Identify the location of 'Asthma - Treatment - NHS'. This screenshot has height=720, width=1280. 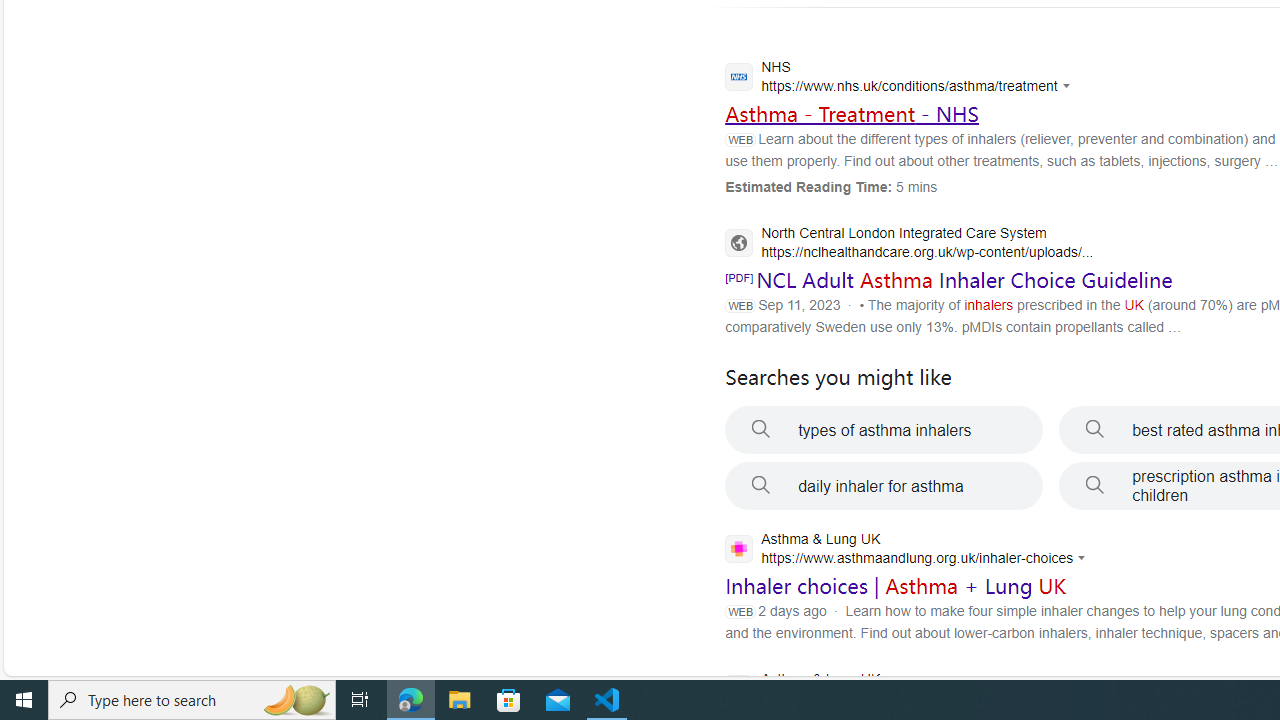
(851, 113).